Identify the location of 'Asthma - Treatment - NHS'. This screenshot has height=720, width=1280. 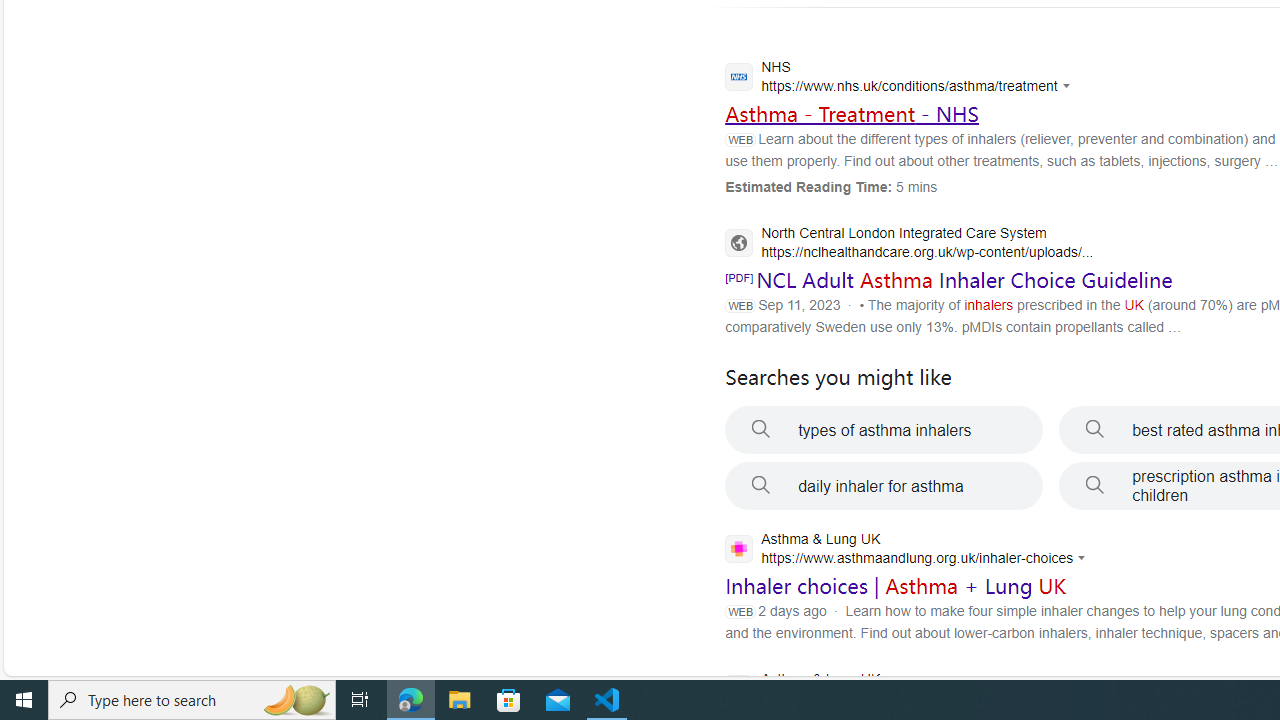
(851, 113).